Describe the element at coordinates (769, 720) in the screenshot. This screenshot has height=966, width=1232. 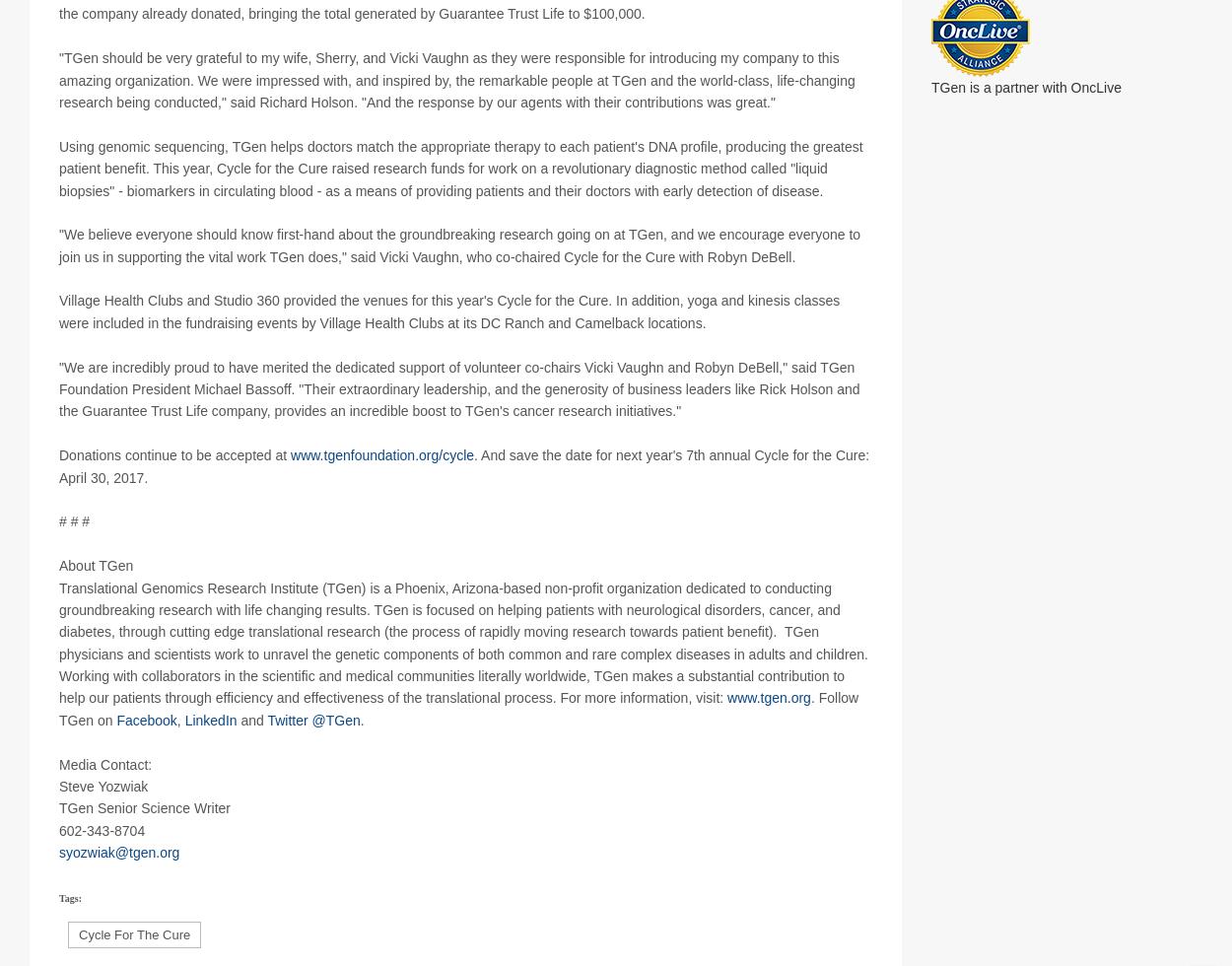
I see `'www.tgen.org'` at that location.